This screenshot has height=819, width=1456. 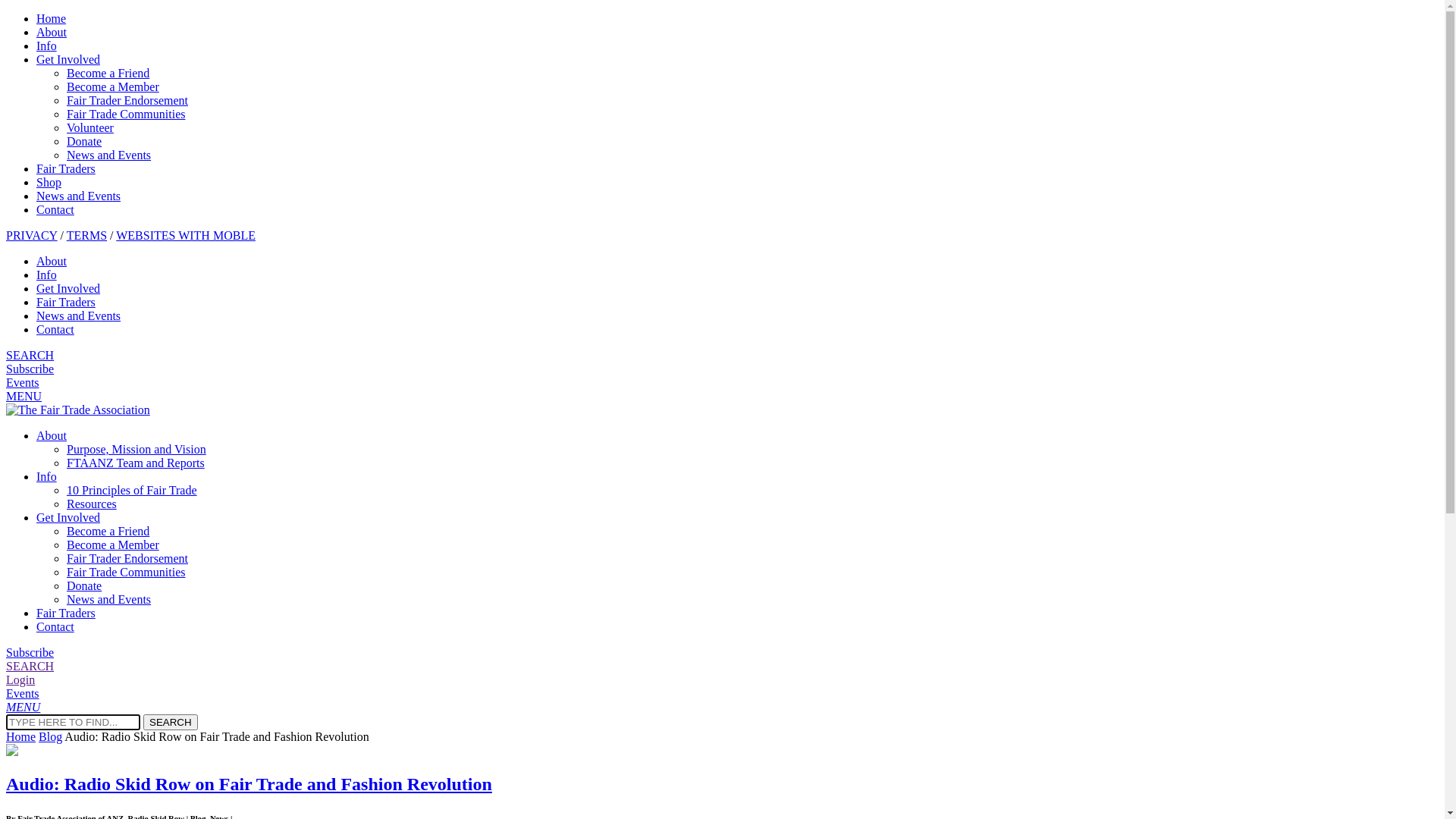 What do you see at coordinates (46, 475) in the screenshot?
I see `'Info'` at bounding box center [46, 475].